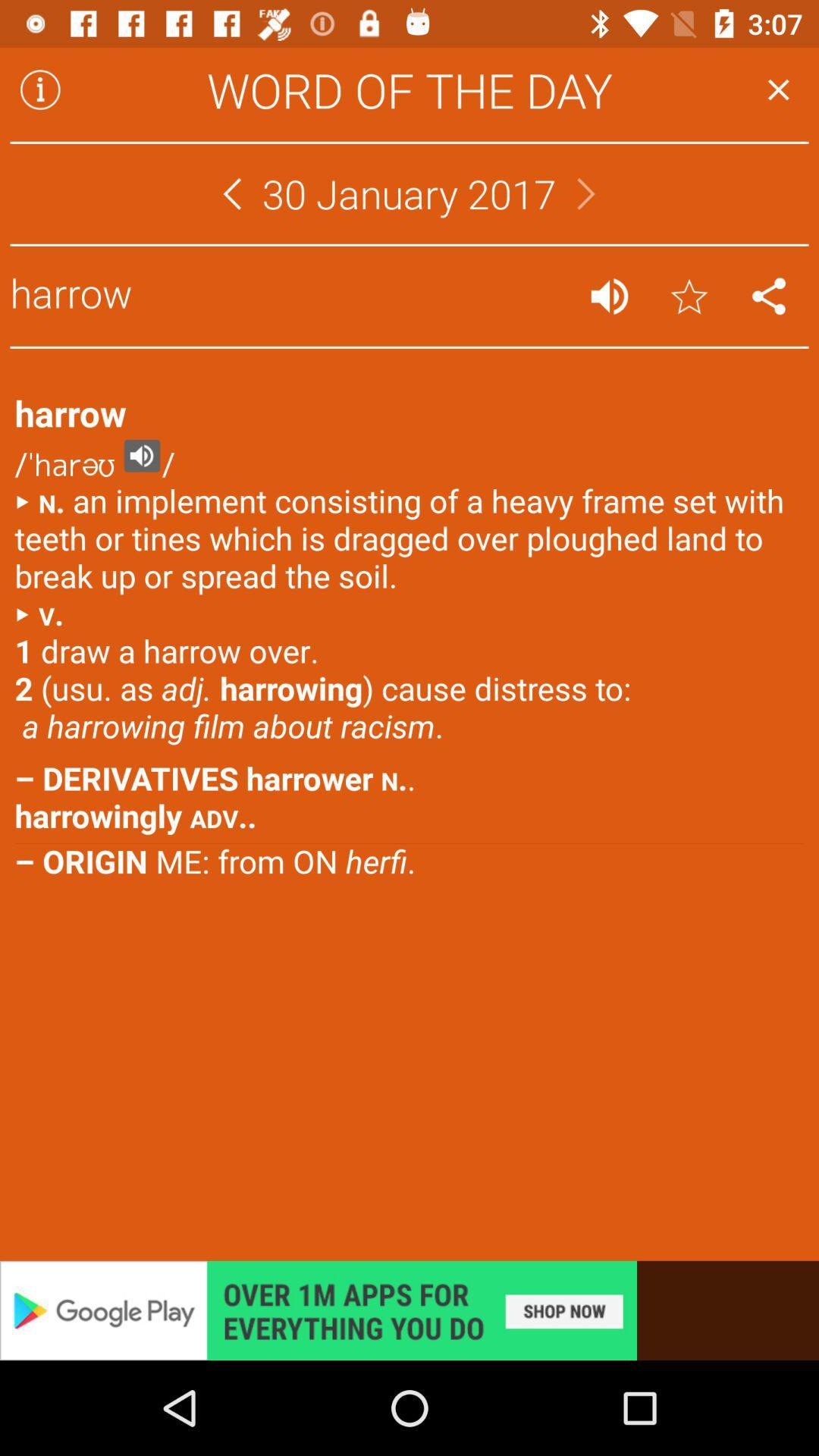 The height and width of the screenshot is (1456, 819). I want to click on the previous day, so click(231, 193).